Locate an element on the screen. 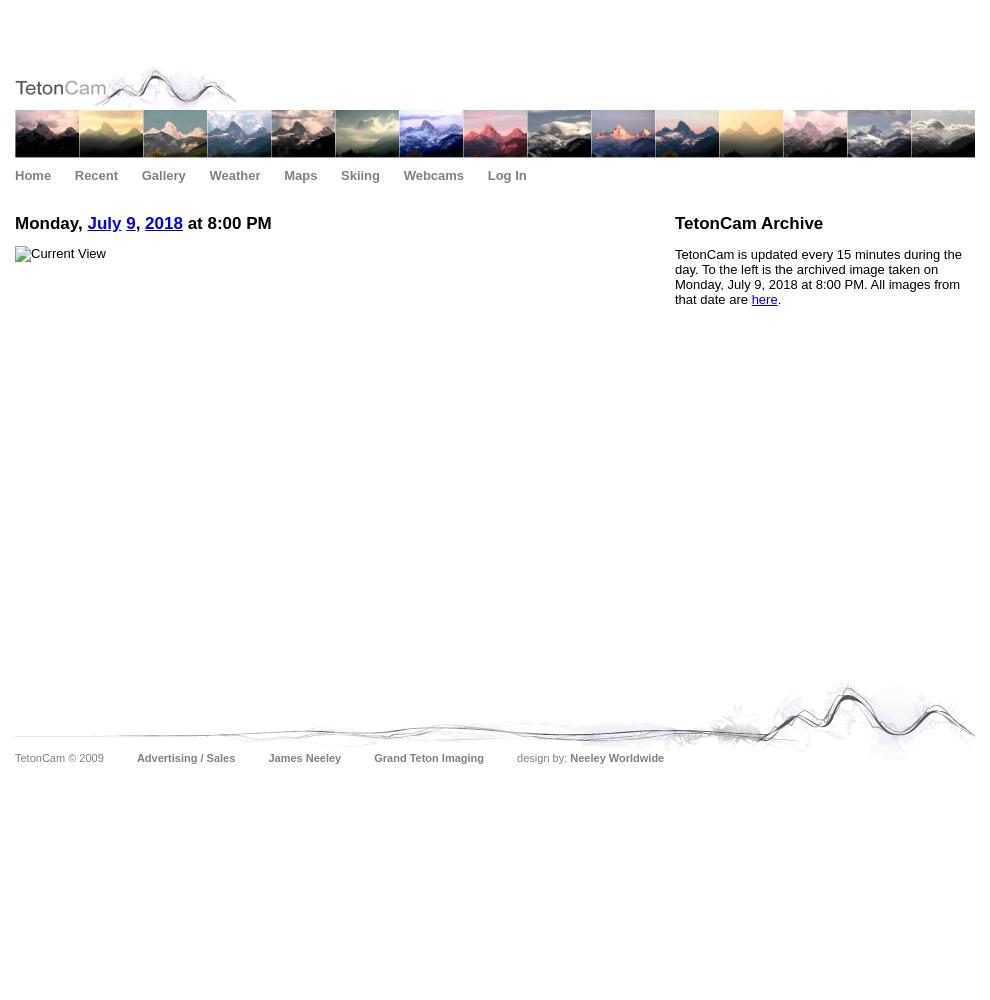 The width and height of the screenshot is (990, 1000). 'here' is located at coordinates (763, 299).